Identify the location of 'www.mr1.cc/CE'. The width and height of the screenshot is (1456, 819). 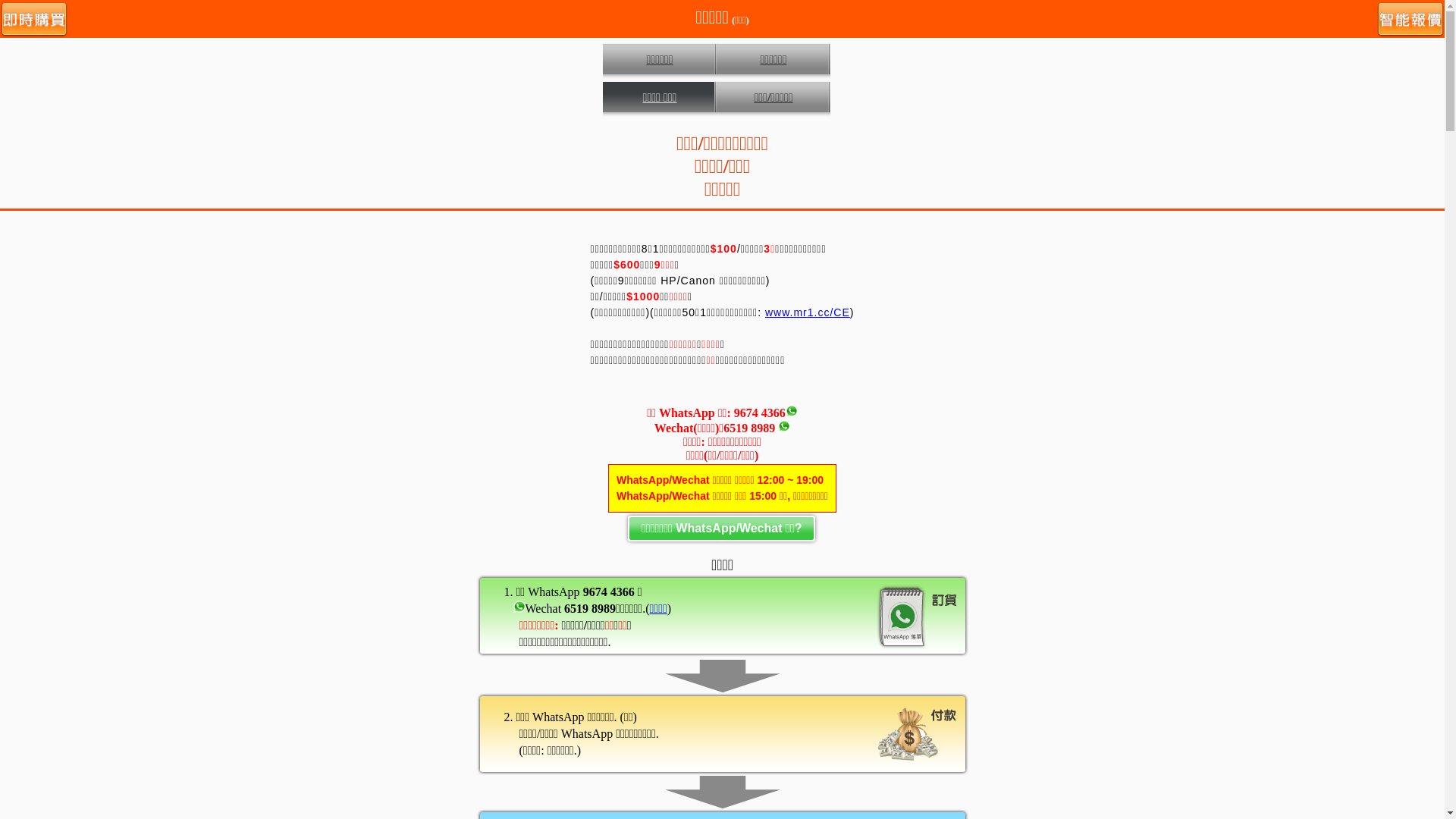
(807, 312).